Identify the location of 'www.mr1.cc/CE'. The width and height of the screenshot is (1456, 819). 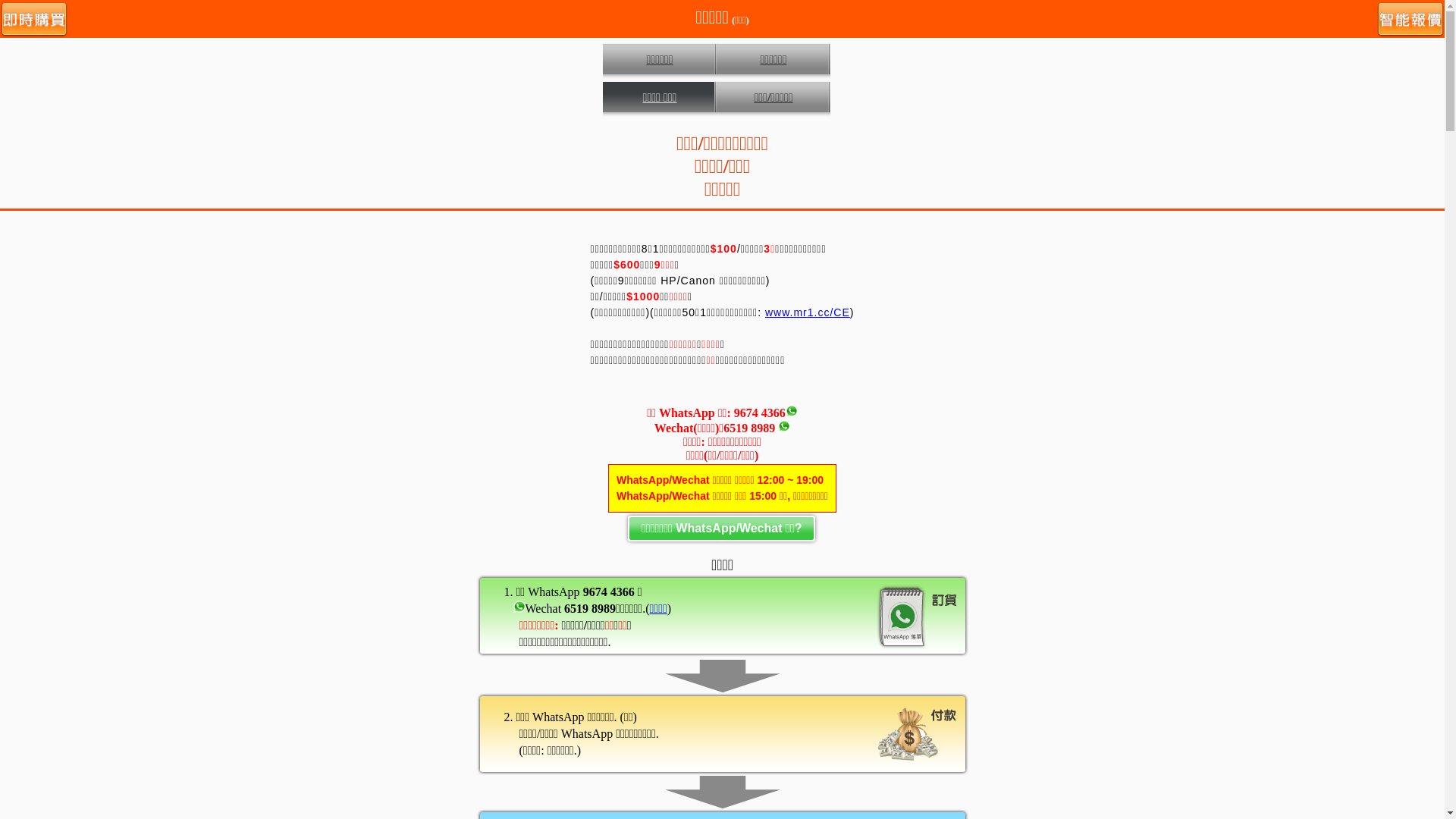
(807, 312).